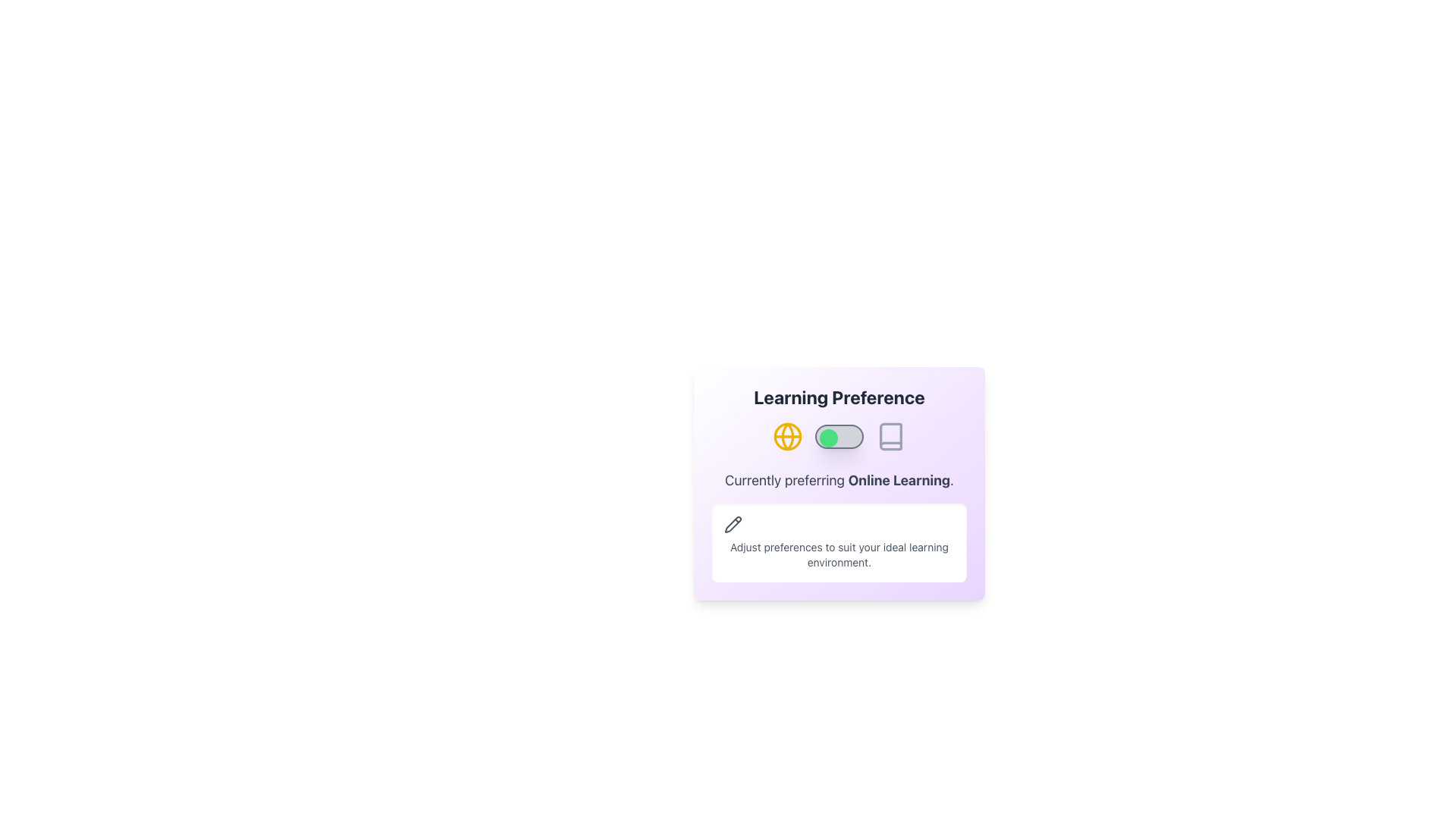 The image size is (1456, 819). Describe the element at coordinates (839, 436) in the screenshot. I see `the toggle switch located in the center of the 'Learning Preference' user card` at that location.